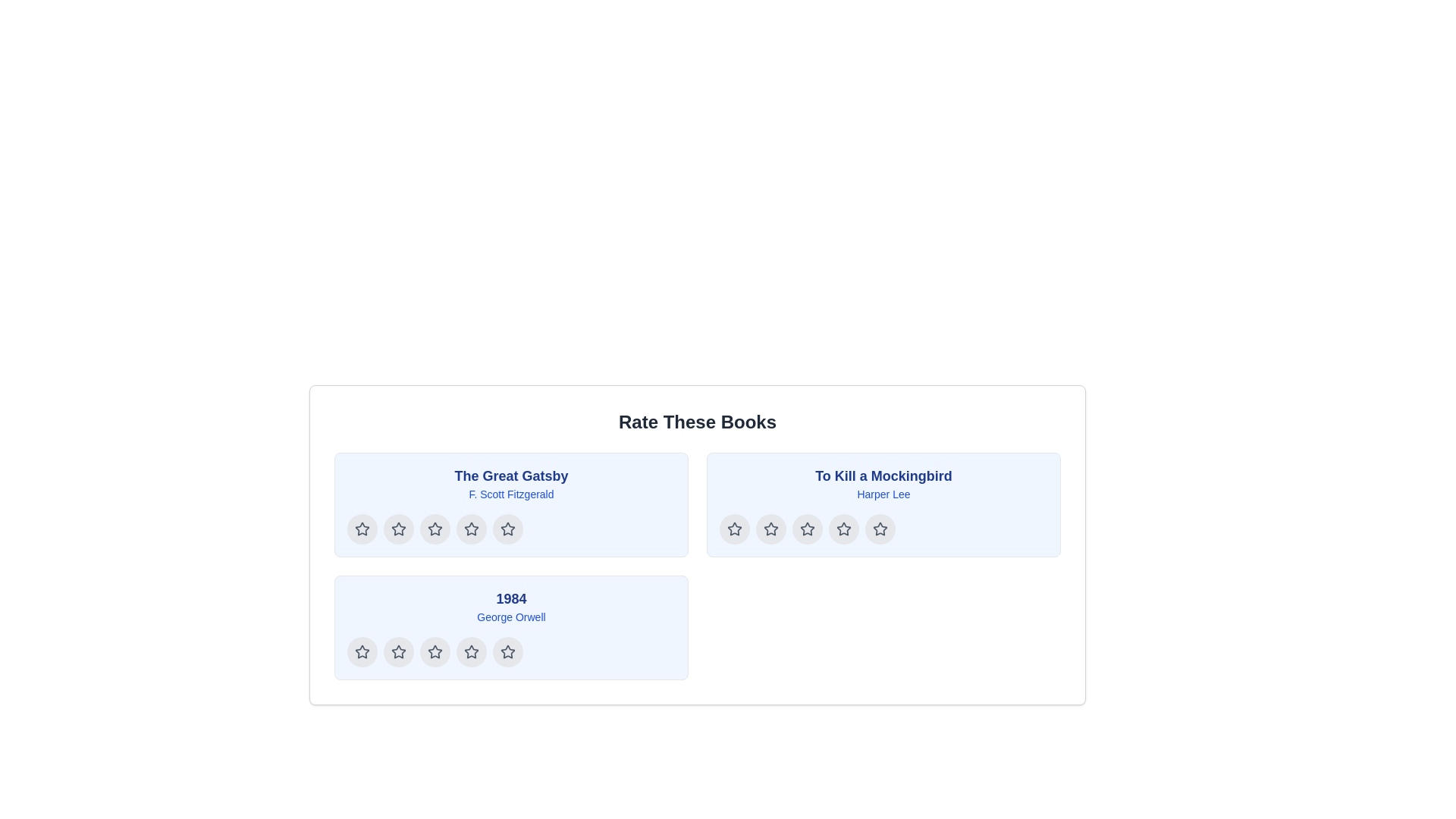 This screenshot has width=1456, height=819. Describe the element at coordinates (771, 529) in the screenshot. I see `the second star-shaped icon in the row of five stars below the title 'To Kill a Mockingbird'` at that location.